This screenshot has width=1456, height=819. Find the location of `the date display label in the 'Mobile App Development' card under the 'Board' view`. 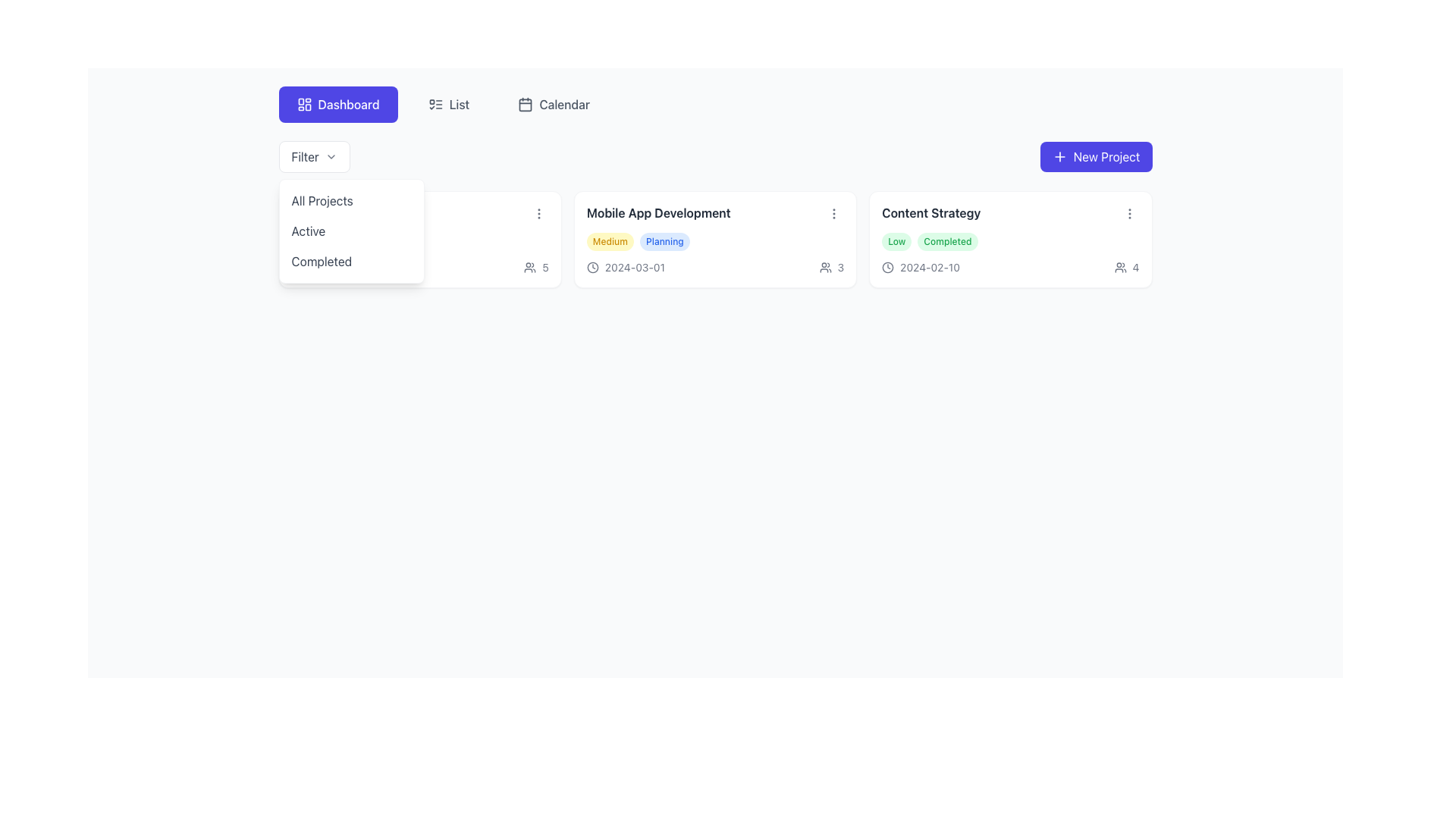

the date display label in the 'Mobile App Development' card under the 'Board' view is located at coordinates (635, 267).